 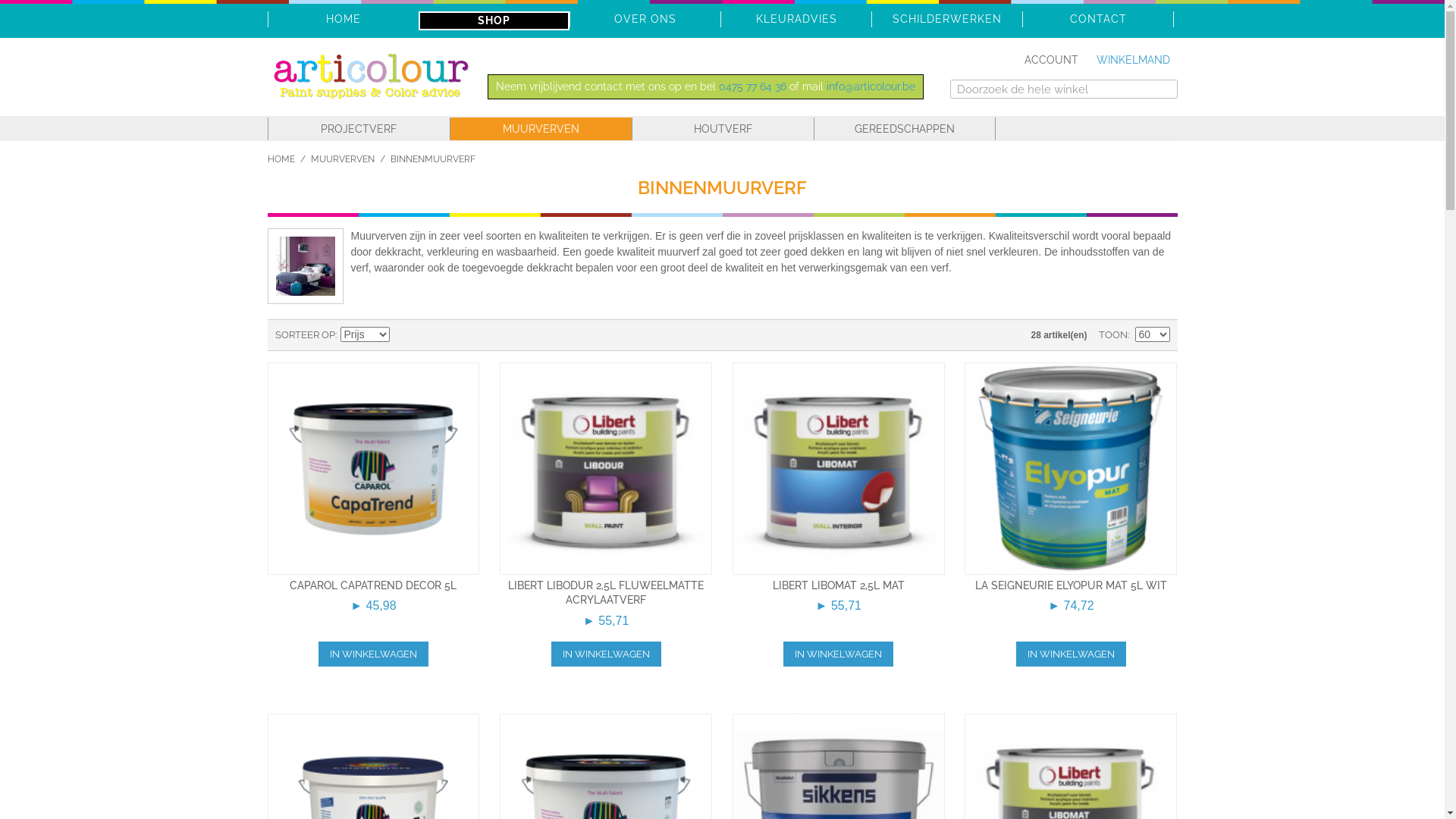 I want to click on 'MUURVERVEN', so click(x=541, y=127).